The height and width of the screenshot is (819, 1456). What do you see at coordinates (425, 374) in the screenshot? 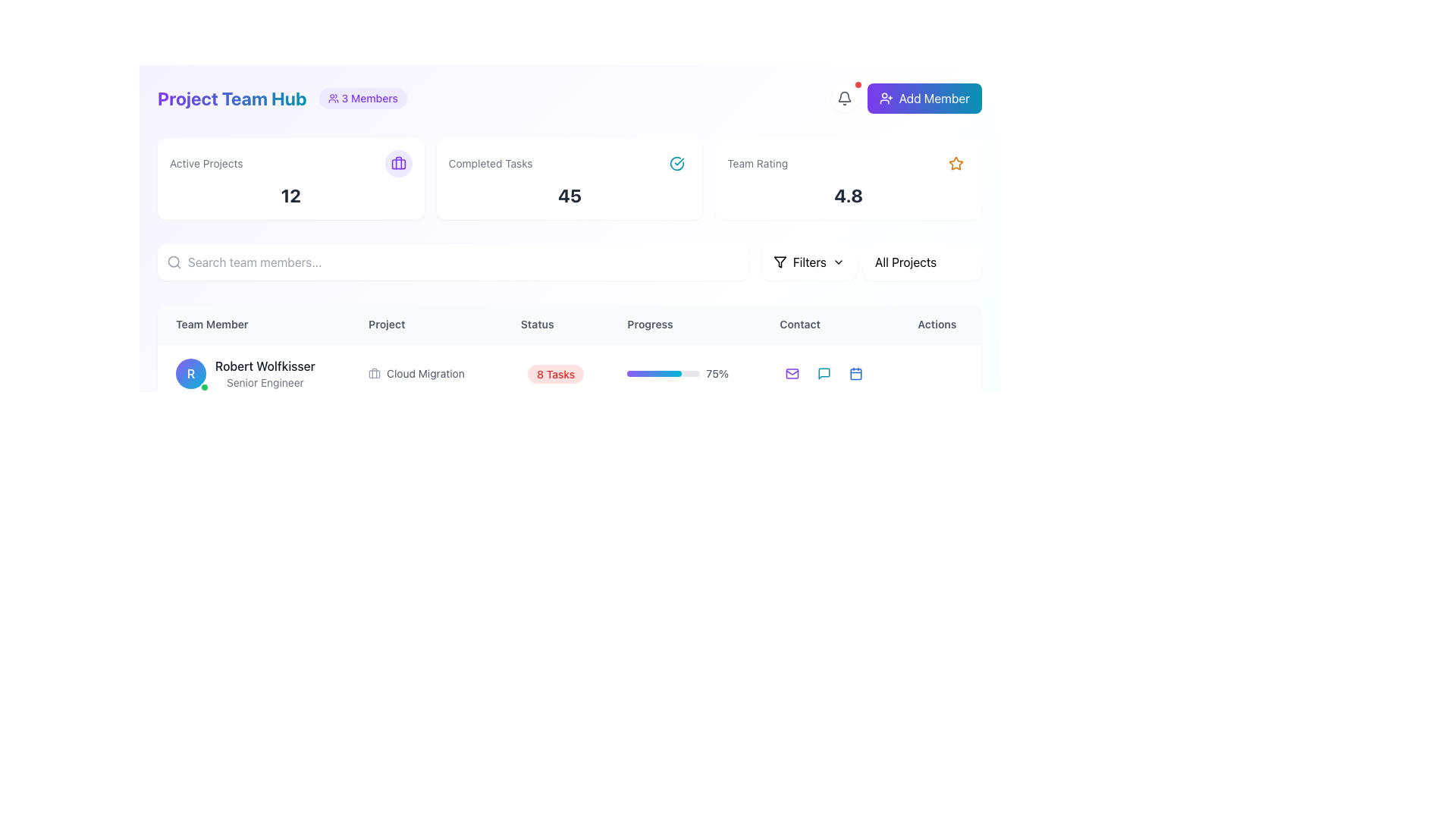
I see `the Text label indicating the name of the project associated with Robert Wolfkisser, which is positioned to the right of the briefcase icon in the 'Project' column` at bounding box center [425, 374].